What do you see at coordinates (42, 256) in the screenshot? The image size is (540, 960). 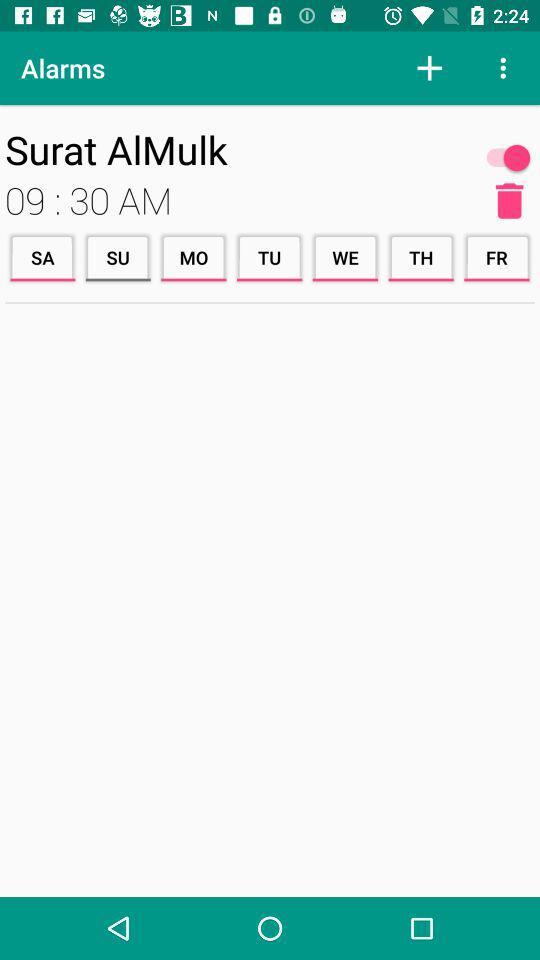 I see `the icon below the 09 : 30 am icon` at bounding box center [42, 256].